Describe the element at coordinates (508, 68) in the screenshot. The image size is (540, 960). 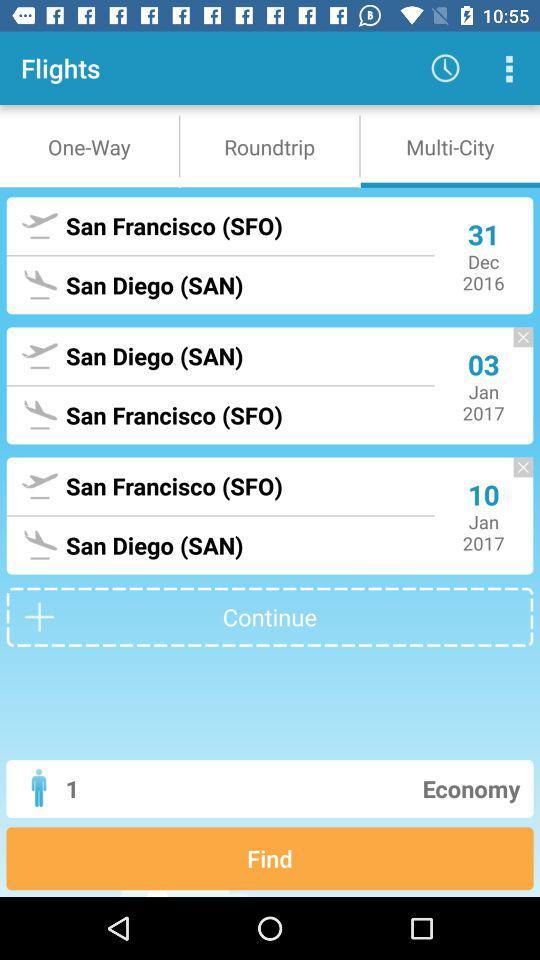
I see `icon above multi-city` at that location.